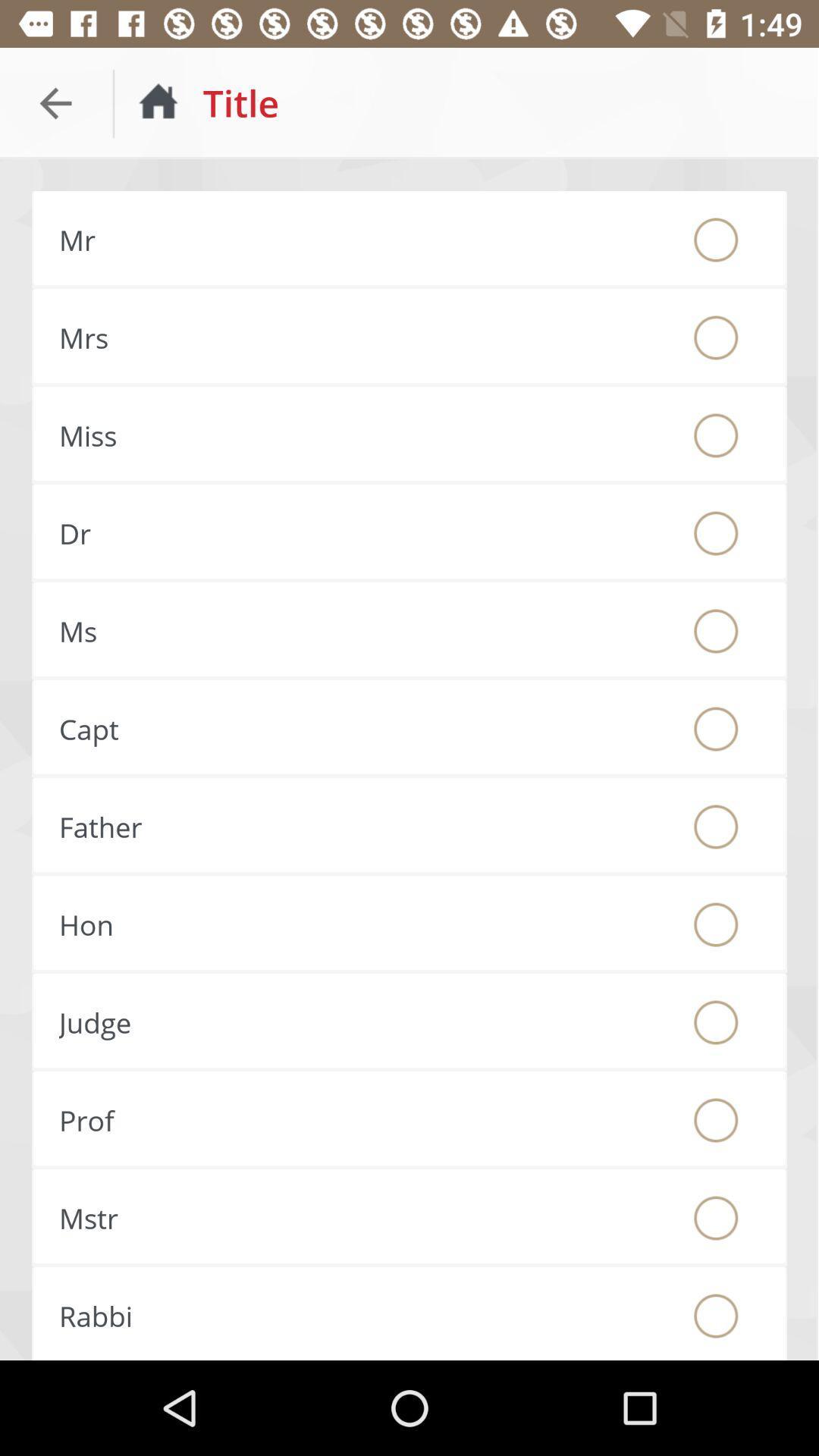 This screenshot has height=1456, width=819. What do you see at coordinates (716, 1315) in the screenshot?
I see `title for name` at bounding box center [716, 1315].